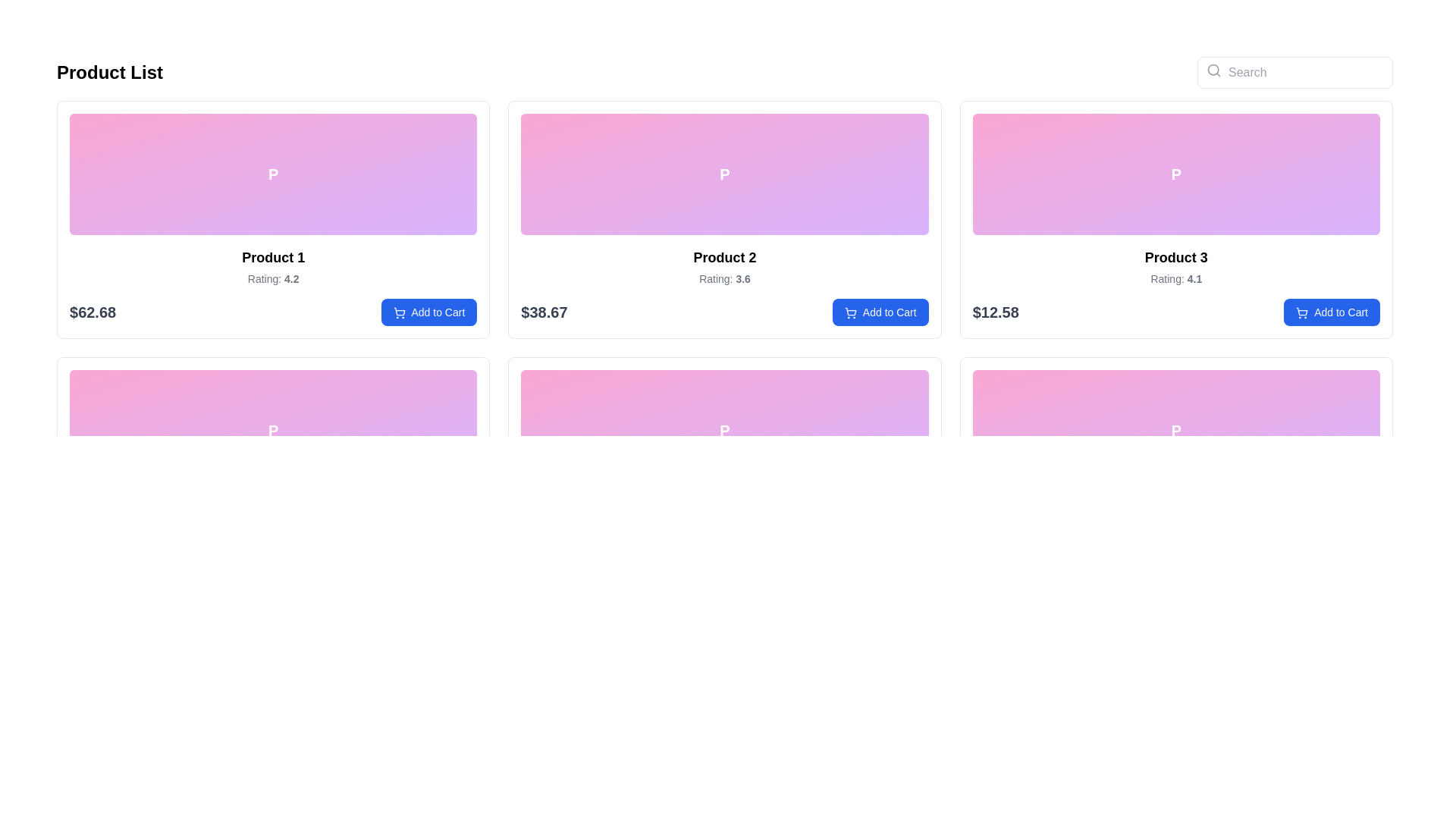 This screenshot has height=819, width=1456. What do you see at coordinates (1194, 278) in the screenshot?
I see `the static text that displays the rating value of 'Product 3', located beneath the 'Product 3' header and adjacent to the 'Rating:' label in the third product card` at bounding box center [1194, 278].